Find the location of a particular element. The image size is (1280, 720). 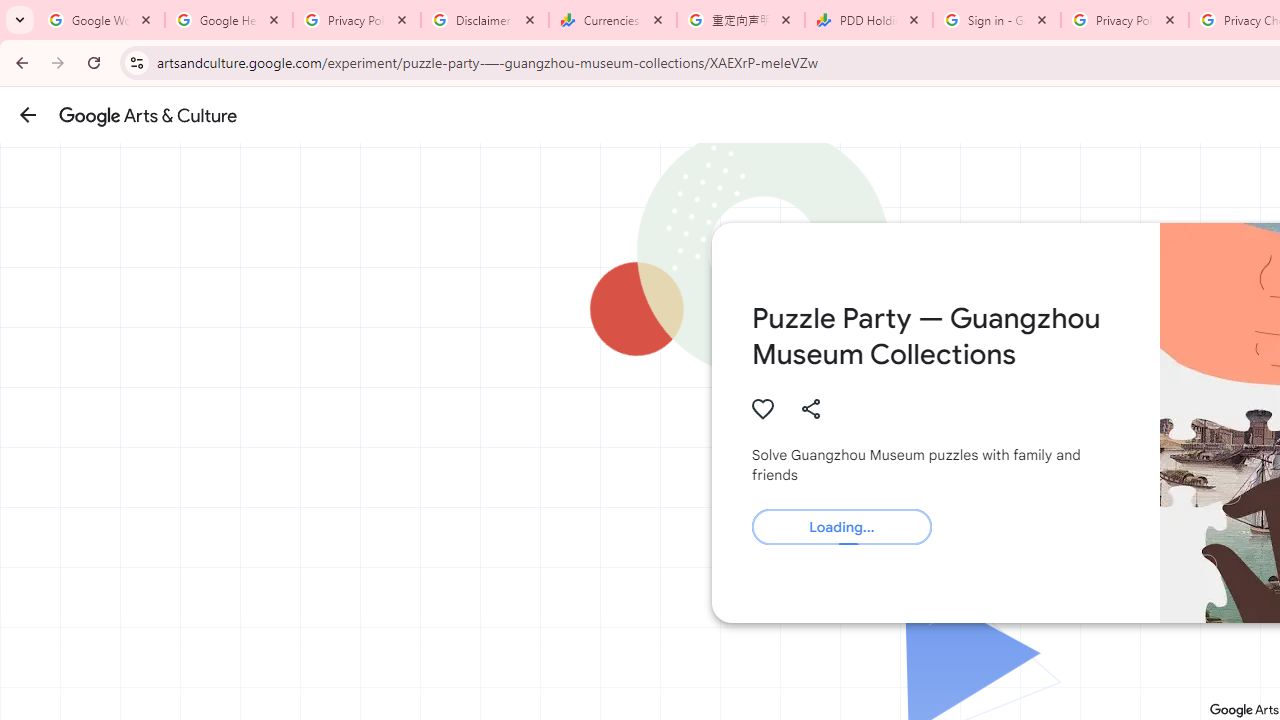

'Currencies - Google Finance' is located at coordinates (612, 20).